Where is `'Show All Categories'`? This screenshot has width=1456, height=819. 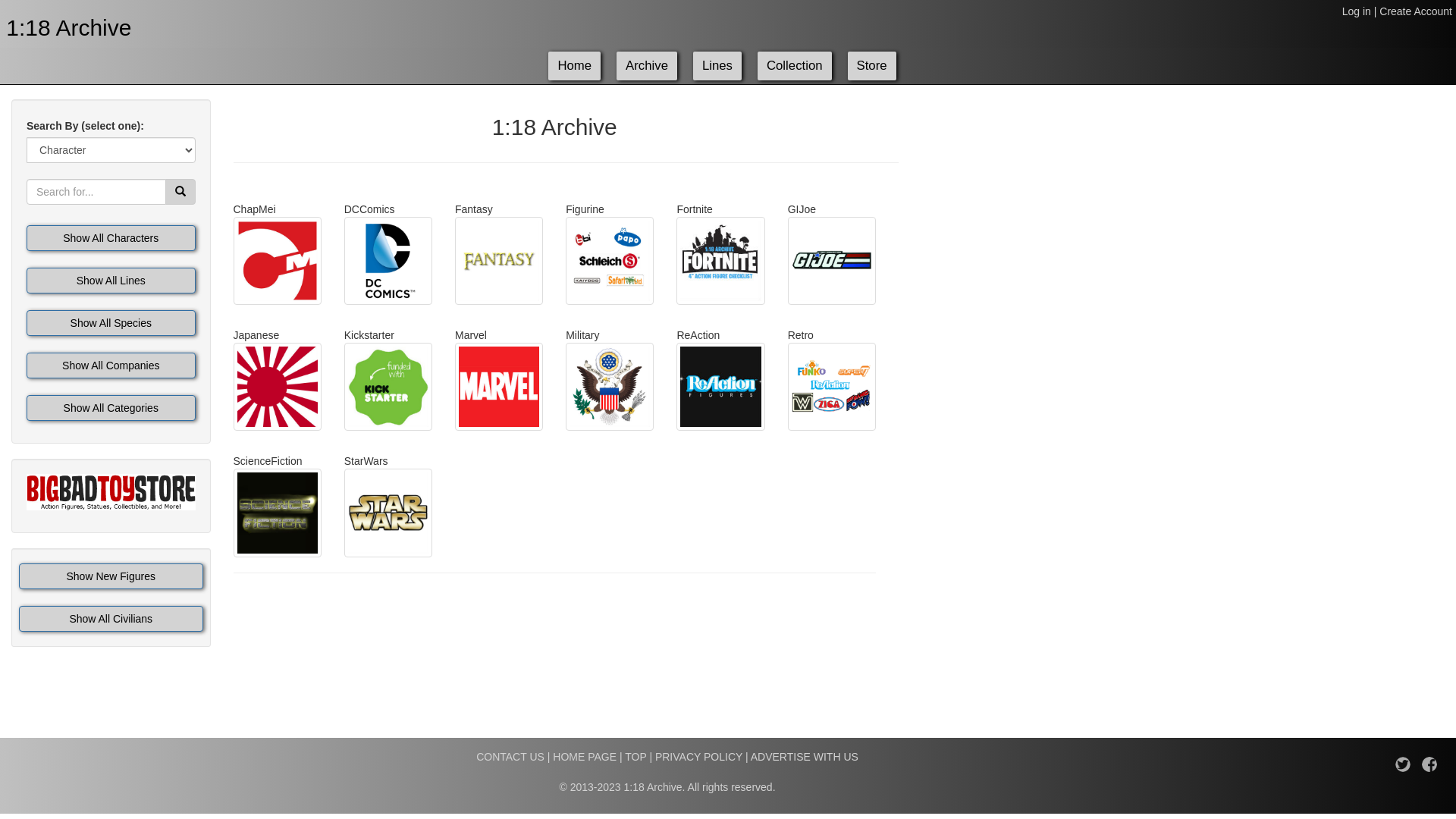 'Show All Categories' is located at coordinates (110, 406).